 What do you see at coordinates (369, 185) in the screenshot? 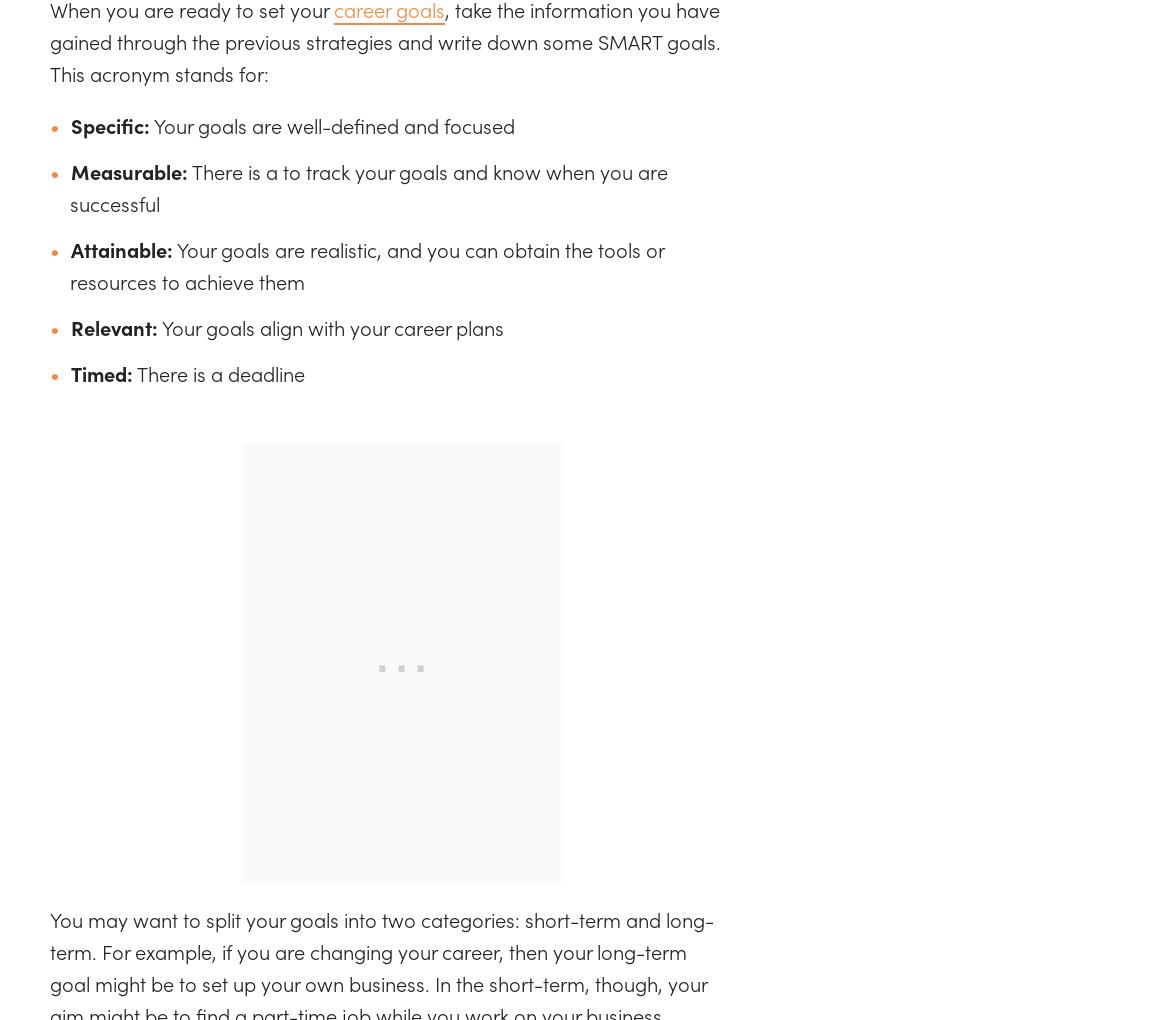
I see `'There is a to track your goals and know when you are successful'` at bounding box center [369, 185].